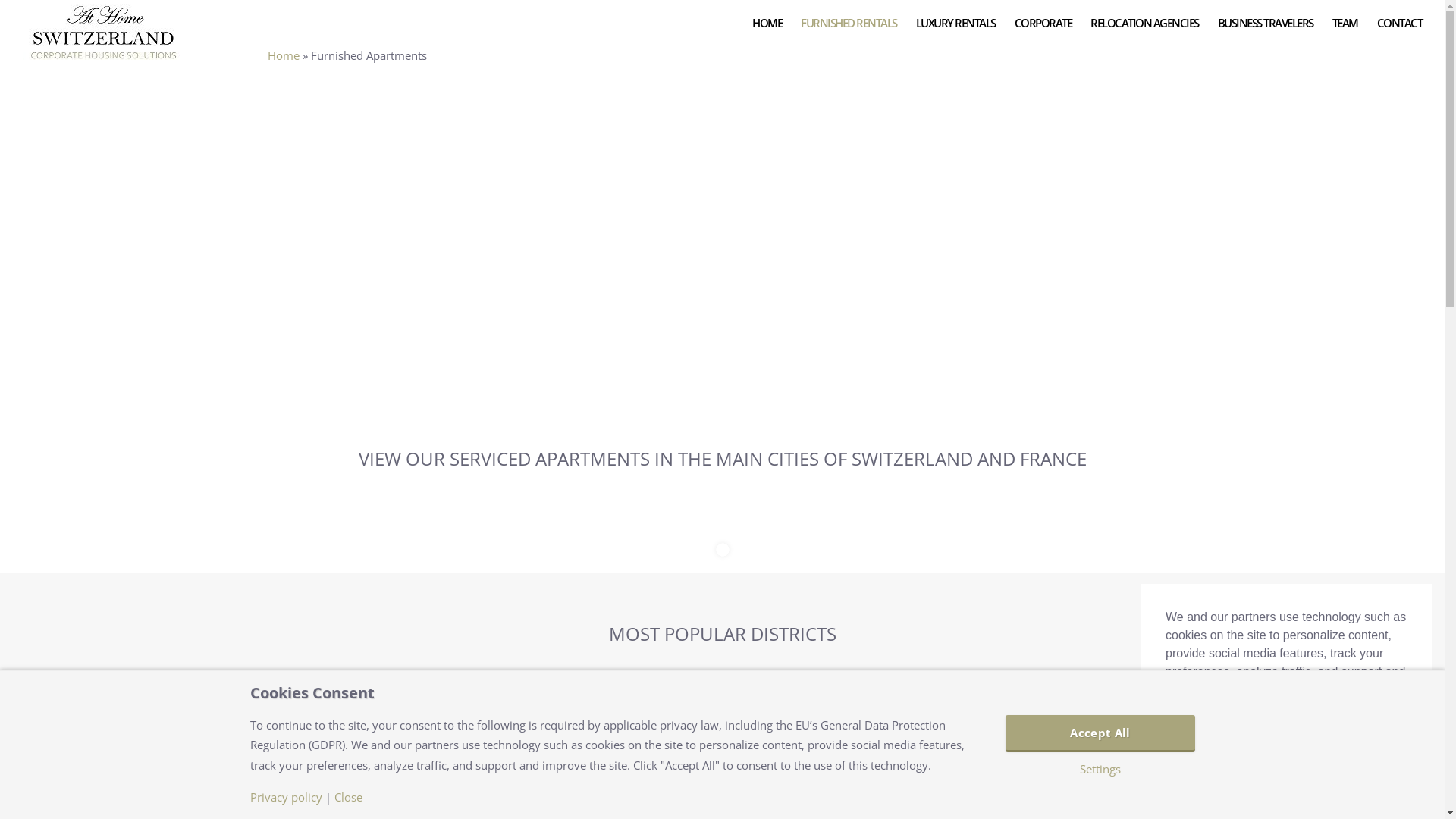 The width and height of the screenshot is (1456, 819). Describe the element at coordinates (1331, 23) in the screenshot. I see `'TEAM'` at that location.